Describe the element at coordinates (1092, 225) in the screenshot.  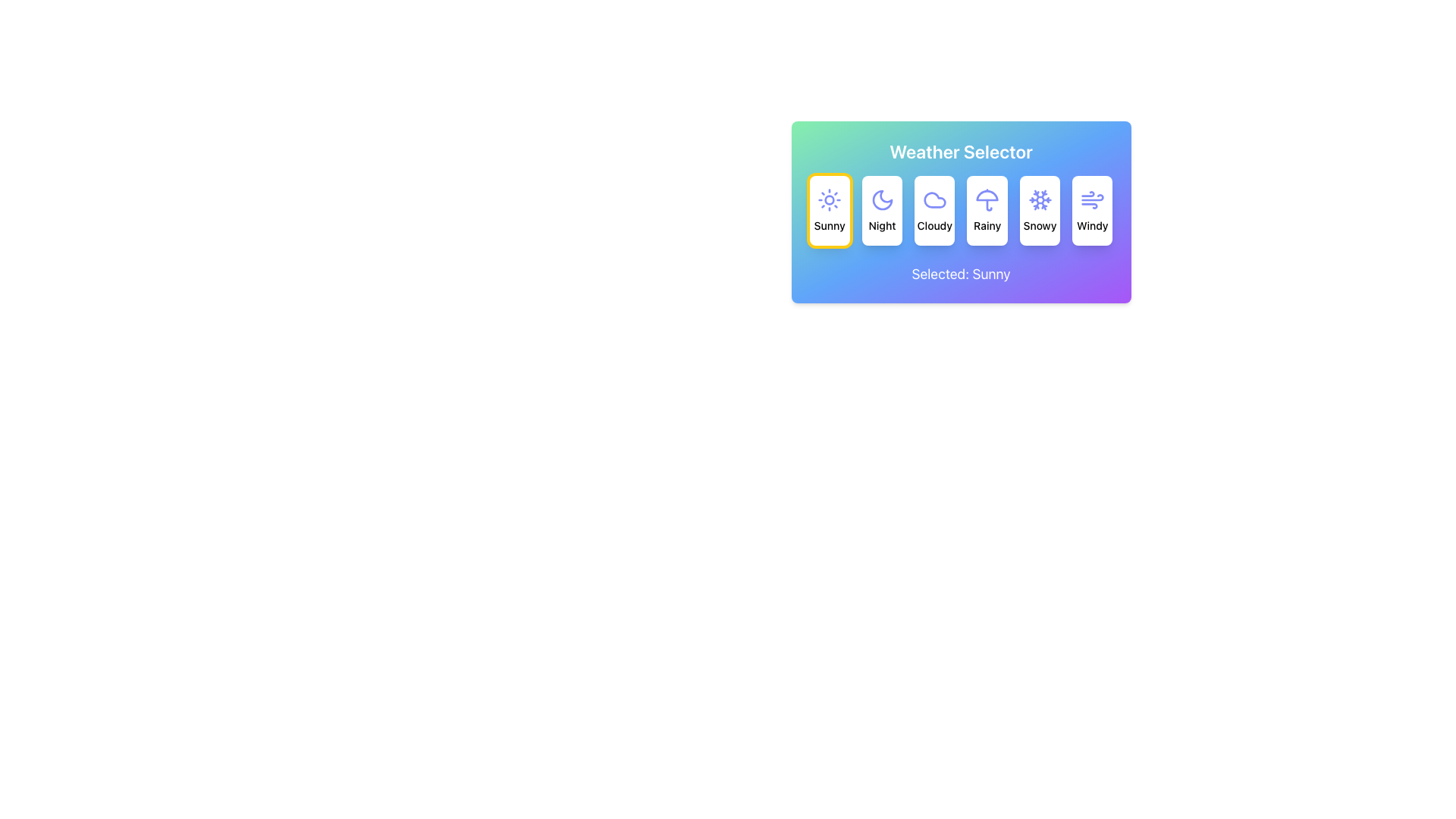
I see `the 'Windy' text label element, which displays the word 'Windy' in a medium-sized sans-serif font, positioned at the bottom of the 'Windy' selection card` at that location.